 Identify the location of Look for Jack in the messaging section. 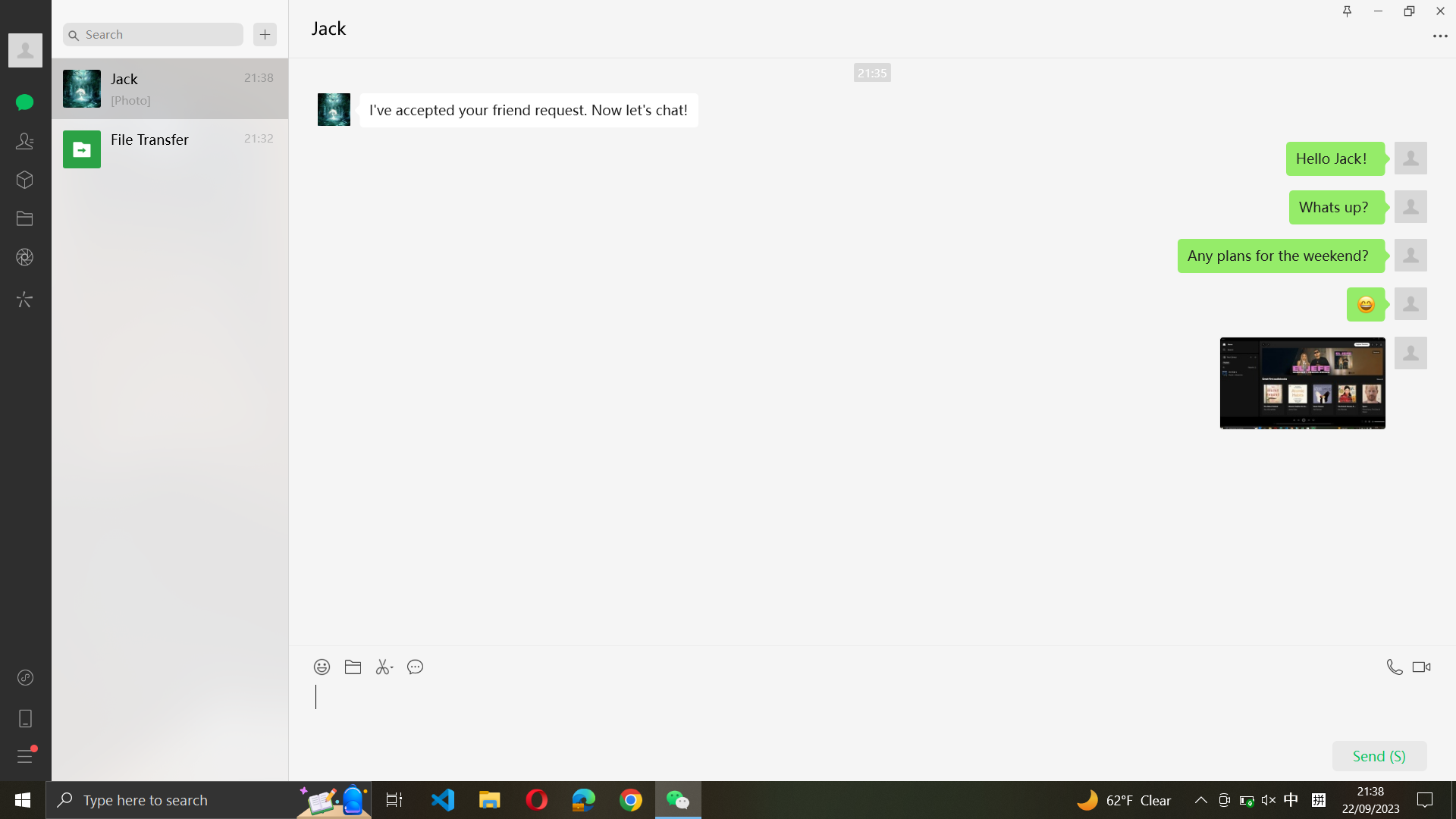
(152, 33).